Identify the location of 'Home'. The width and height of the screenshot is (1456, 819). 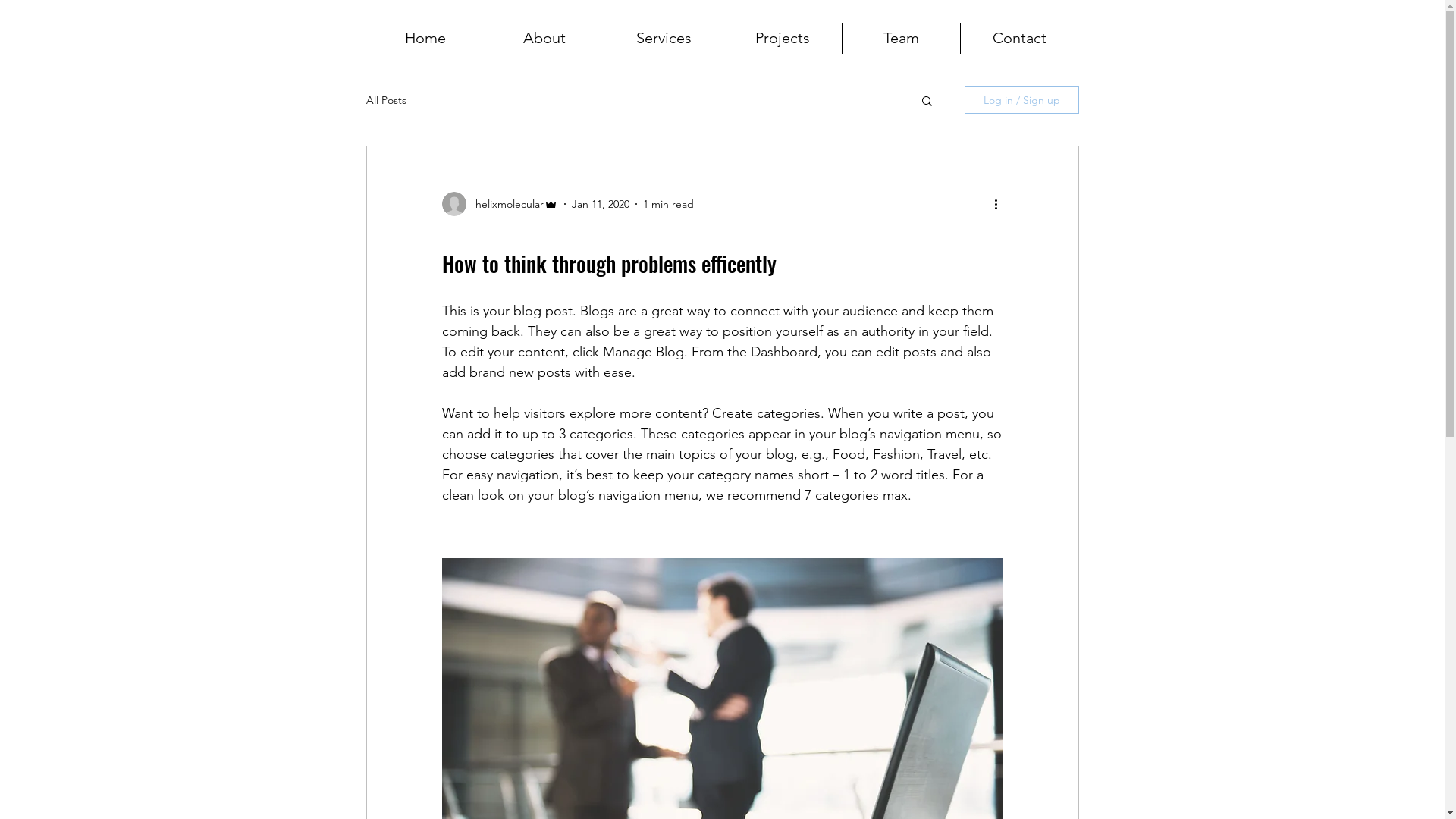
(425, 37).